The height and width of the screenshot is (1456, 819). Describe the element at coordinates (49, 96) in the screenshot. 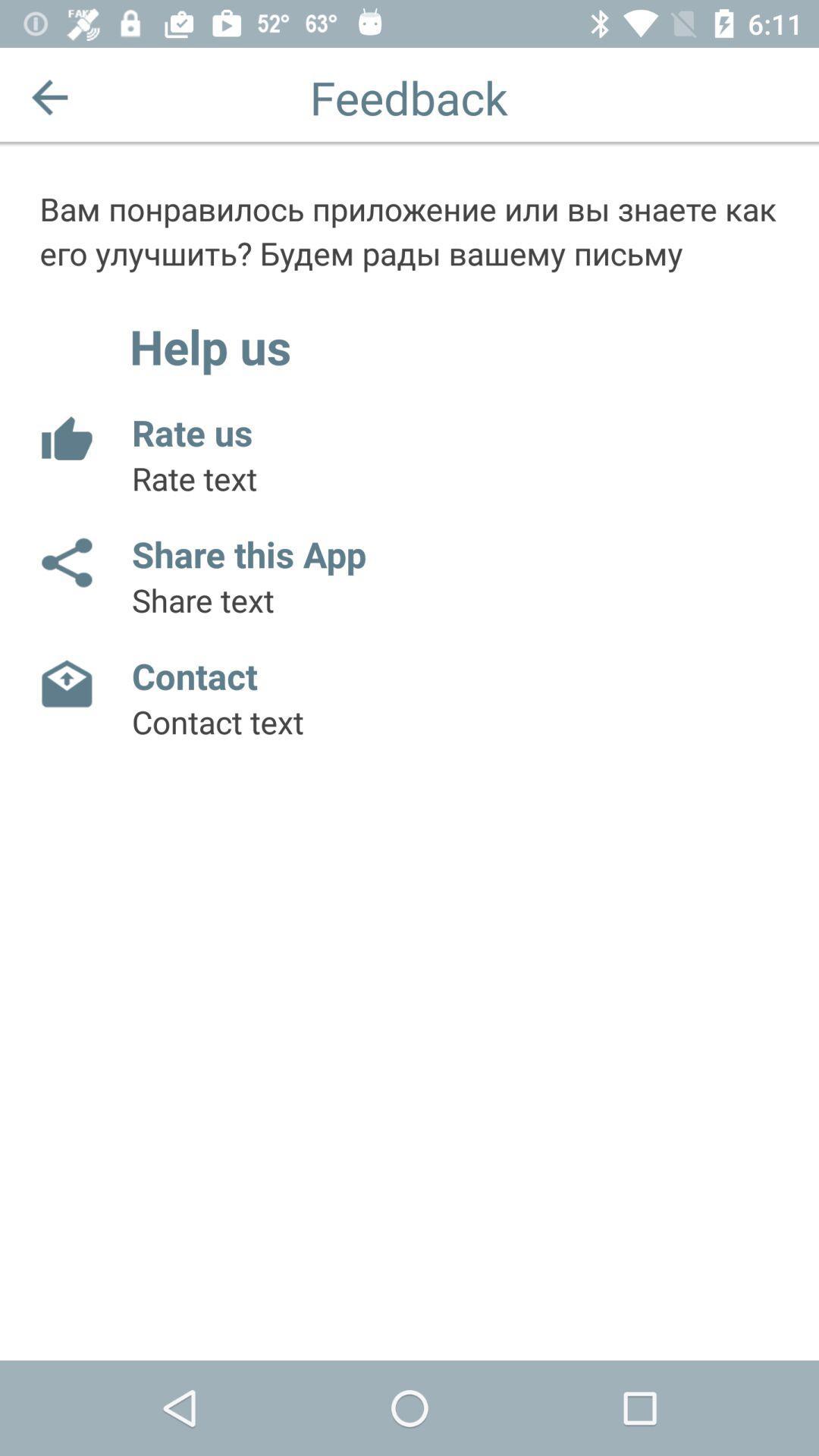

I see `go back` at that location.